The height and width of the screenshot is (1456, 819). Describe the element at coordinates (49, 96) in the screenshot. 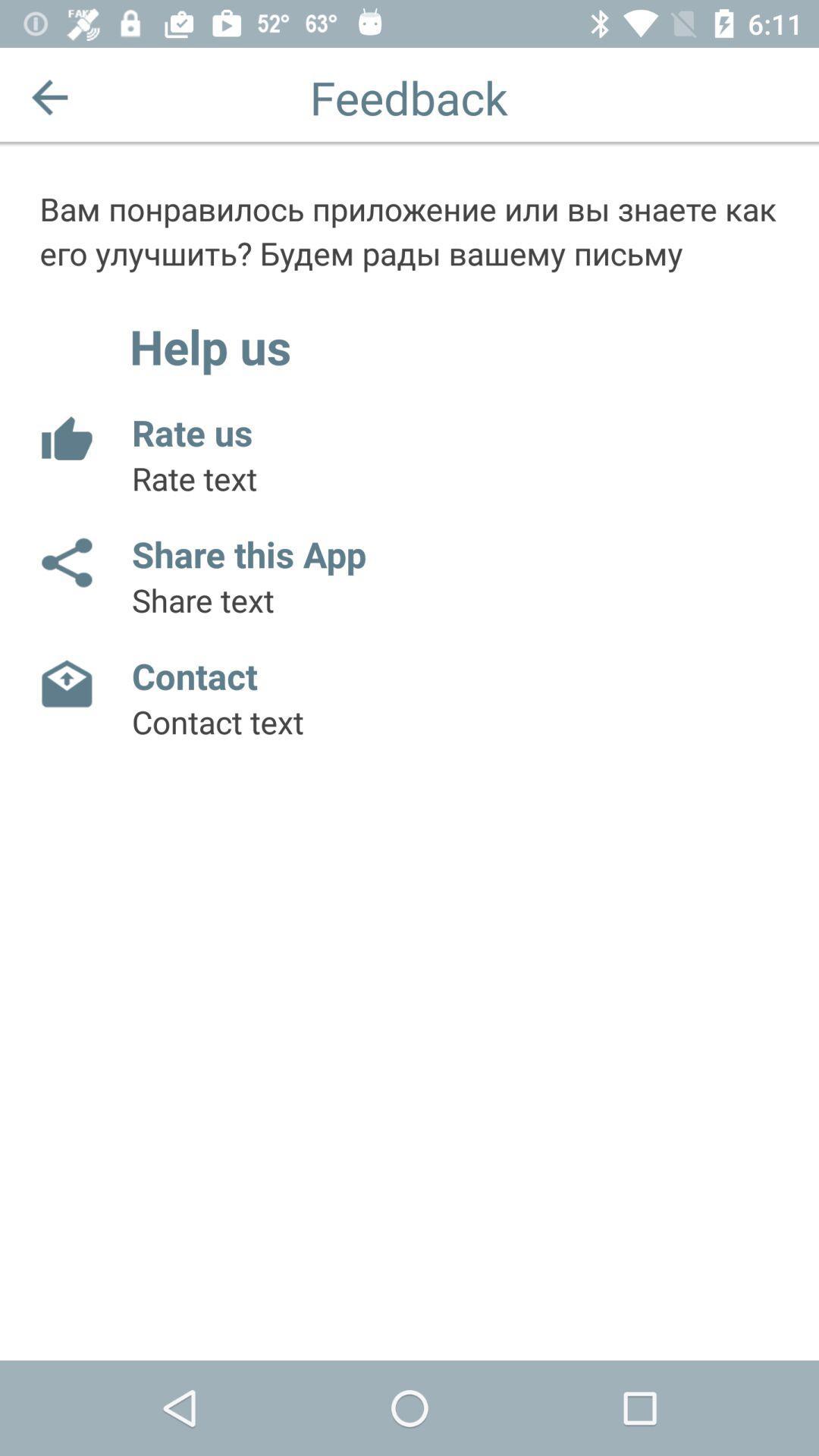

I see `go back` at that location.